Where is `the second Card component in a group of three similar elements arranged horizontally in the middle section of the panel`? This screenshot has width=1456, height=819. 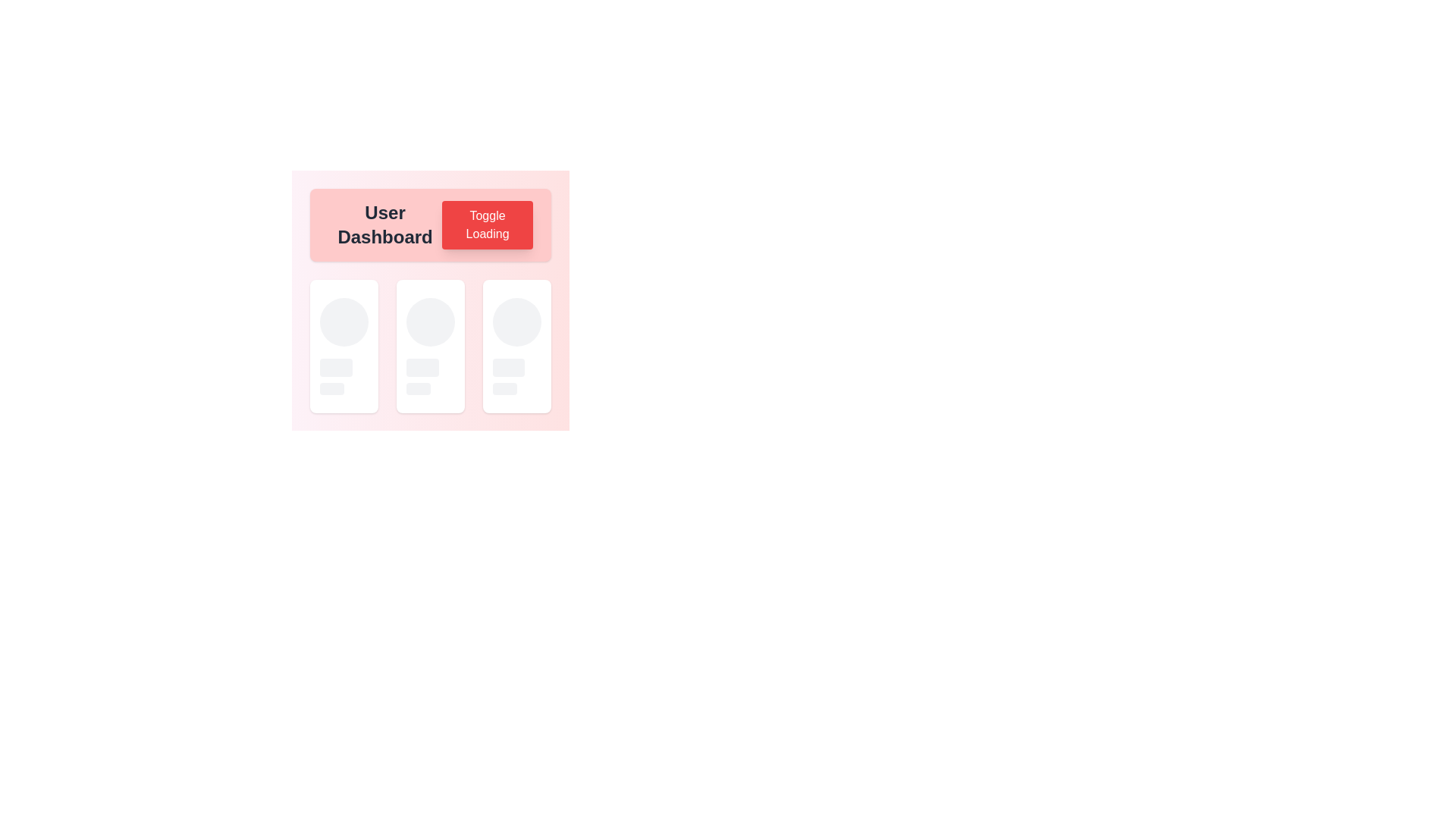 the second Card component in a group of three similar elements arranged horizontally in the middle section of the panel is located at coordinates (429, 291).